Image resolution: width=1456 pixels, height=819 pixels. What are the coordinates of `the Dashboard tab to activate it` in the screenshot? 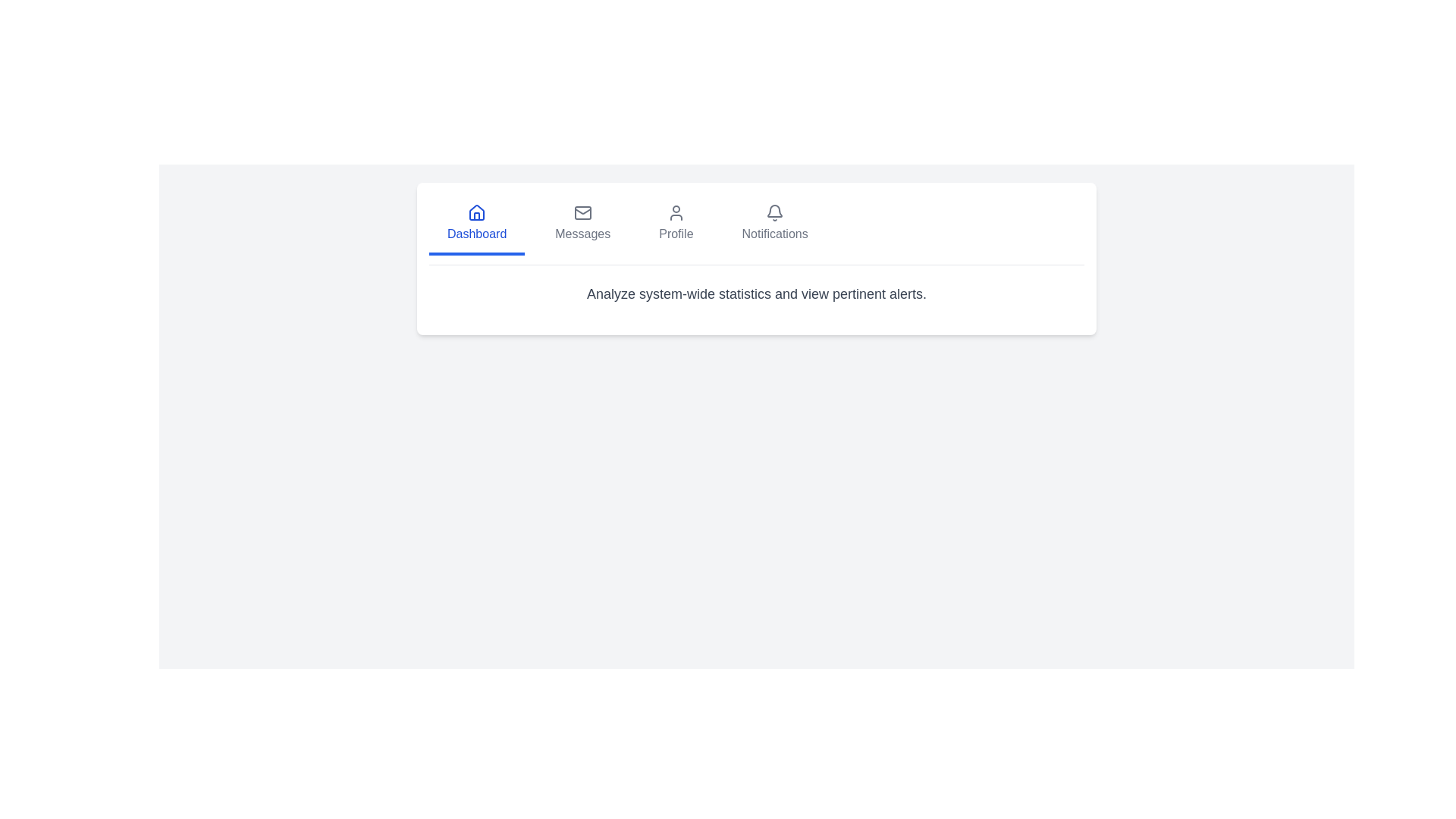 It's located at (476, 225).